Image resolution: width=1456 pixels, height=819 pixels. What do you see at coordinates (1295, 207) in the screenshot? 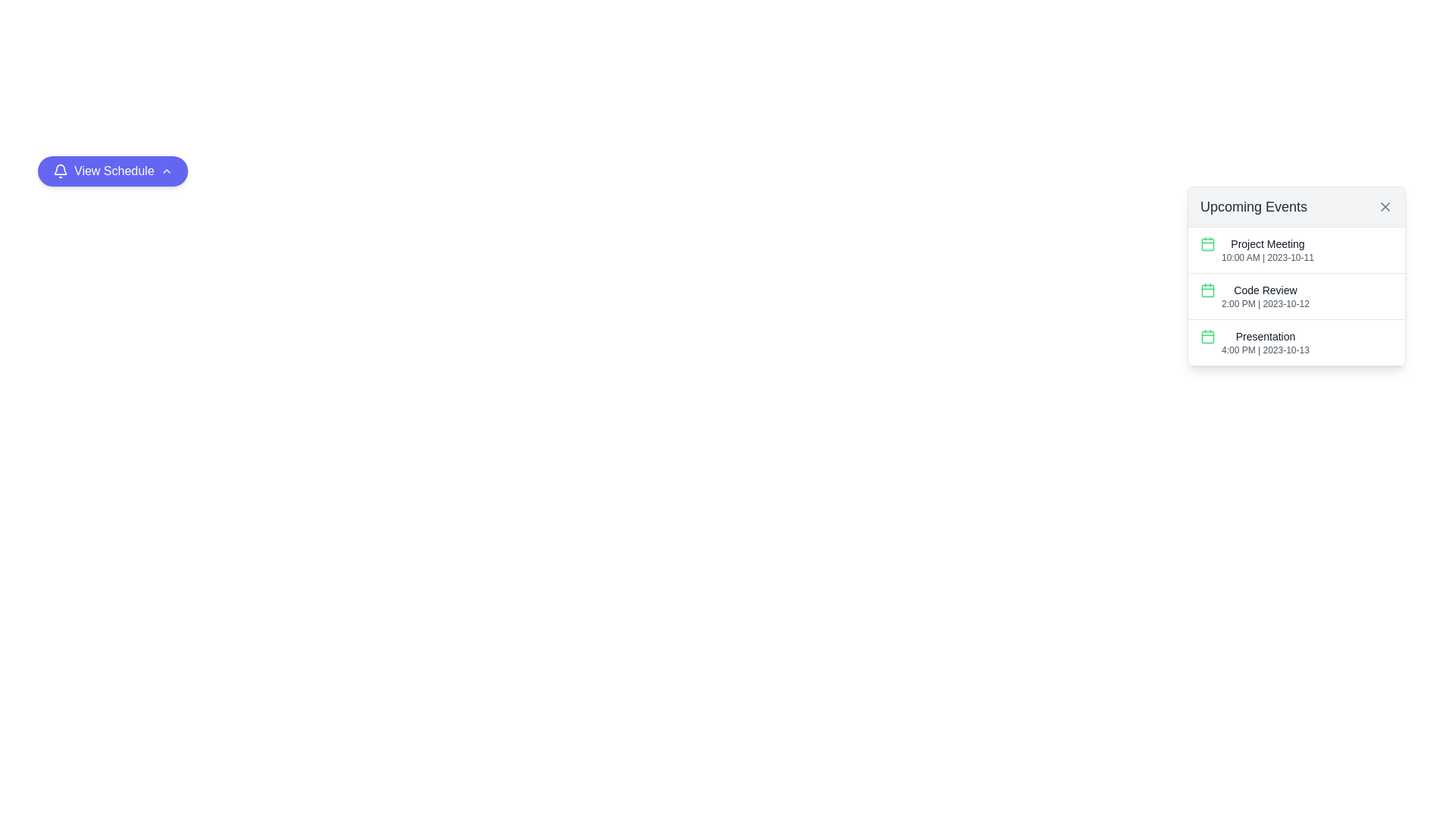
I see `title of the header displaying 'Upcoming Events' located at the top of the pop-up panel with a close button represented by an 'X' icon` at bounding box center [1295, 207].